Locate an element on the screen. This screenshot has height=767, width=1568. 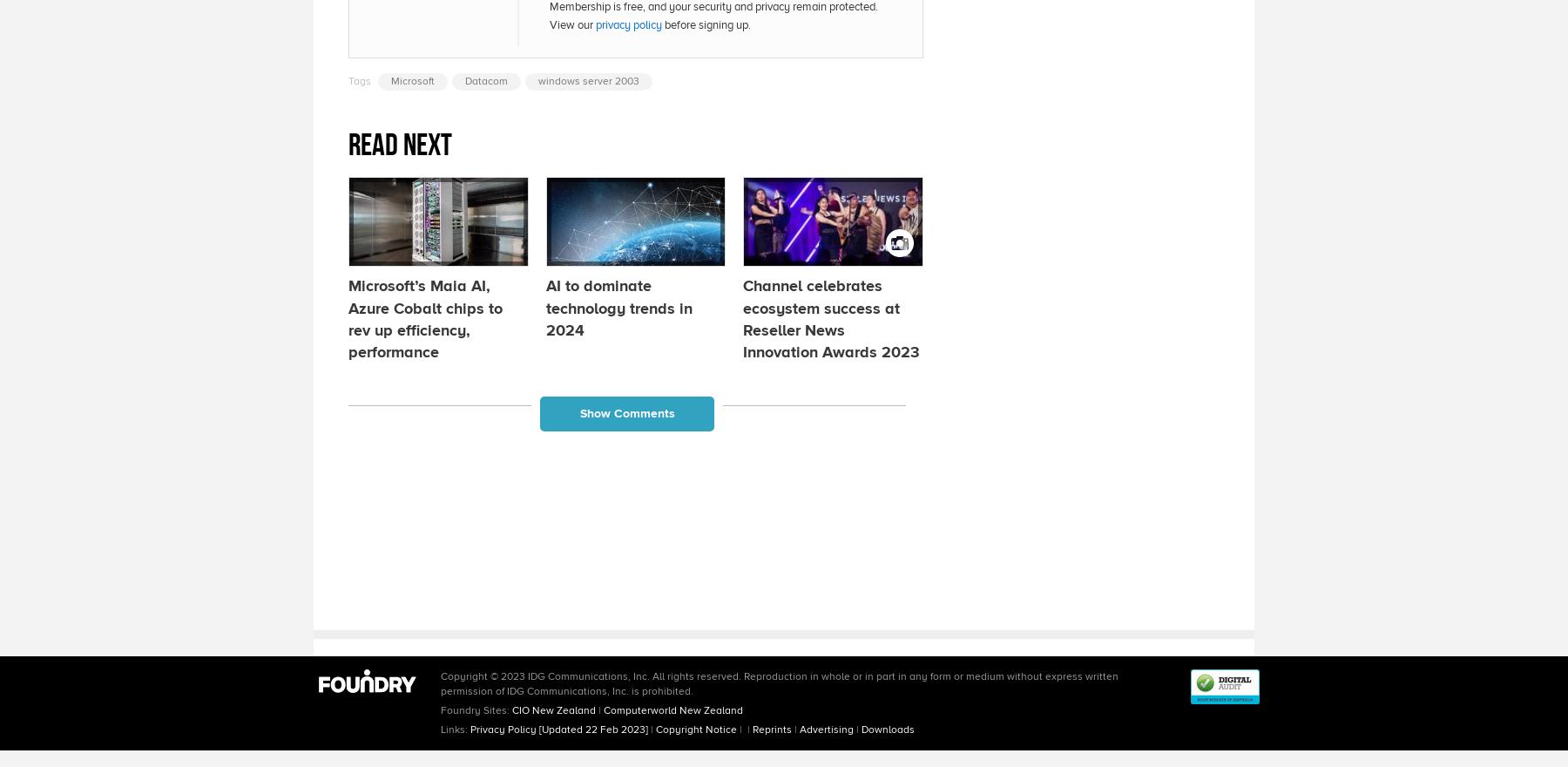
'Foundry Sites:' is located at coordinates (476, 709).